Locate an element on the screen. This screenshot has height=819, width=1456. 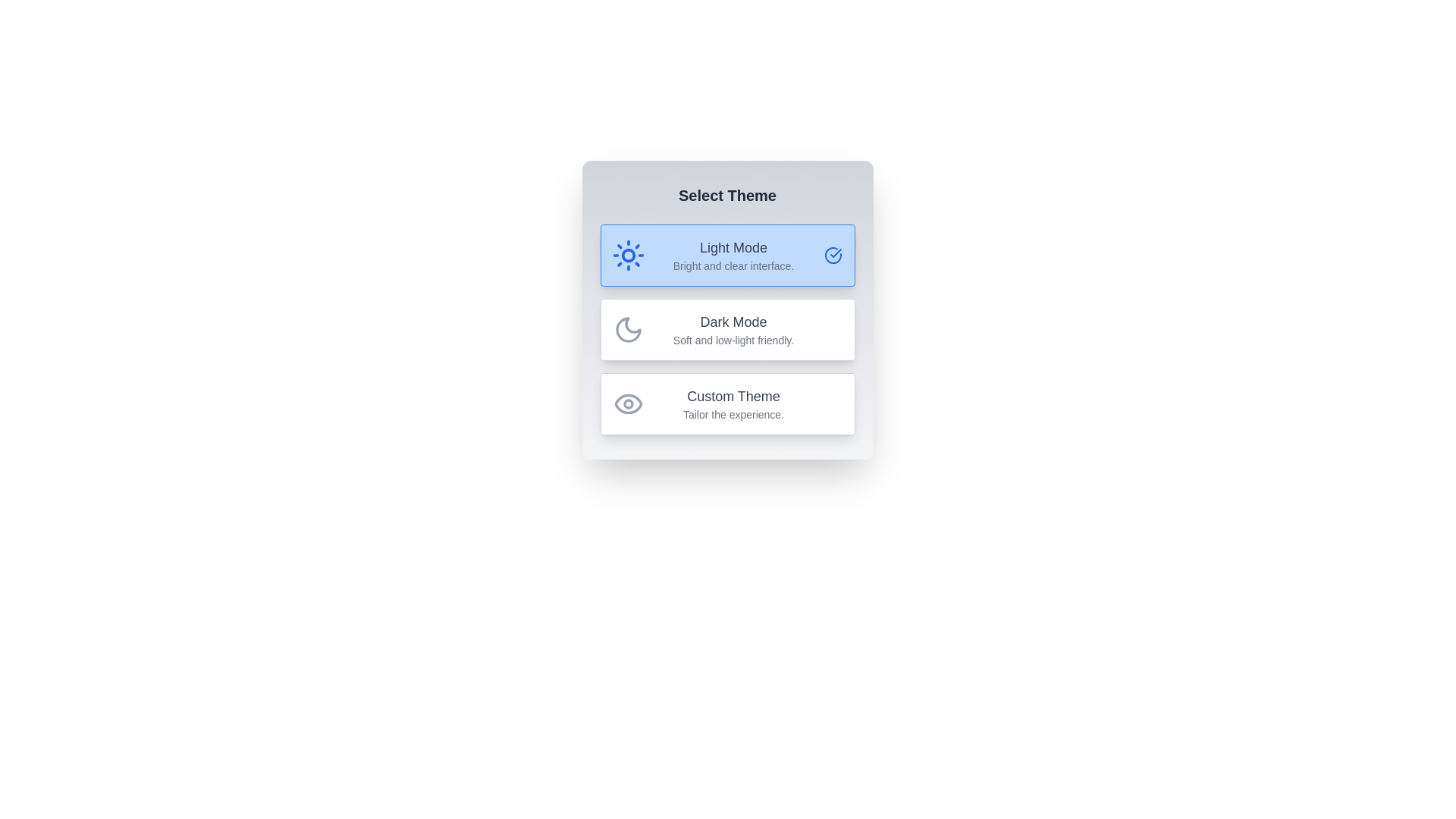
the descriptive subtitle text label for the 'Dark Mode' option in the theme selection panel, located immediately below the 'Dark Mode' label is located at coordinates (733, 339).